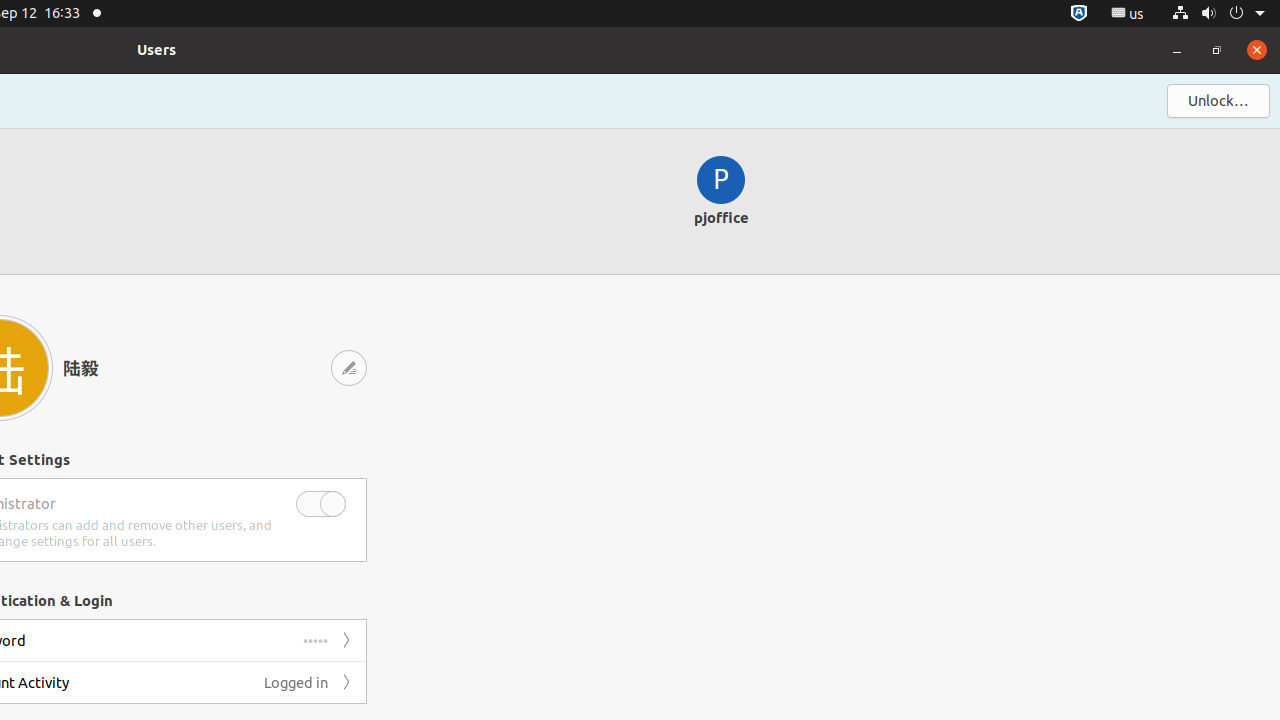  Describe the element at coordinates (156, 48) in the screenshot. I see `'Users'` at that location.